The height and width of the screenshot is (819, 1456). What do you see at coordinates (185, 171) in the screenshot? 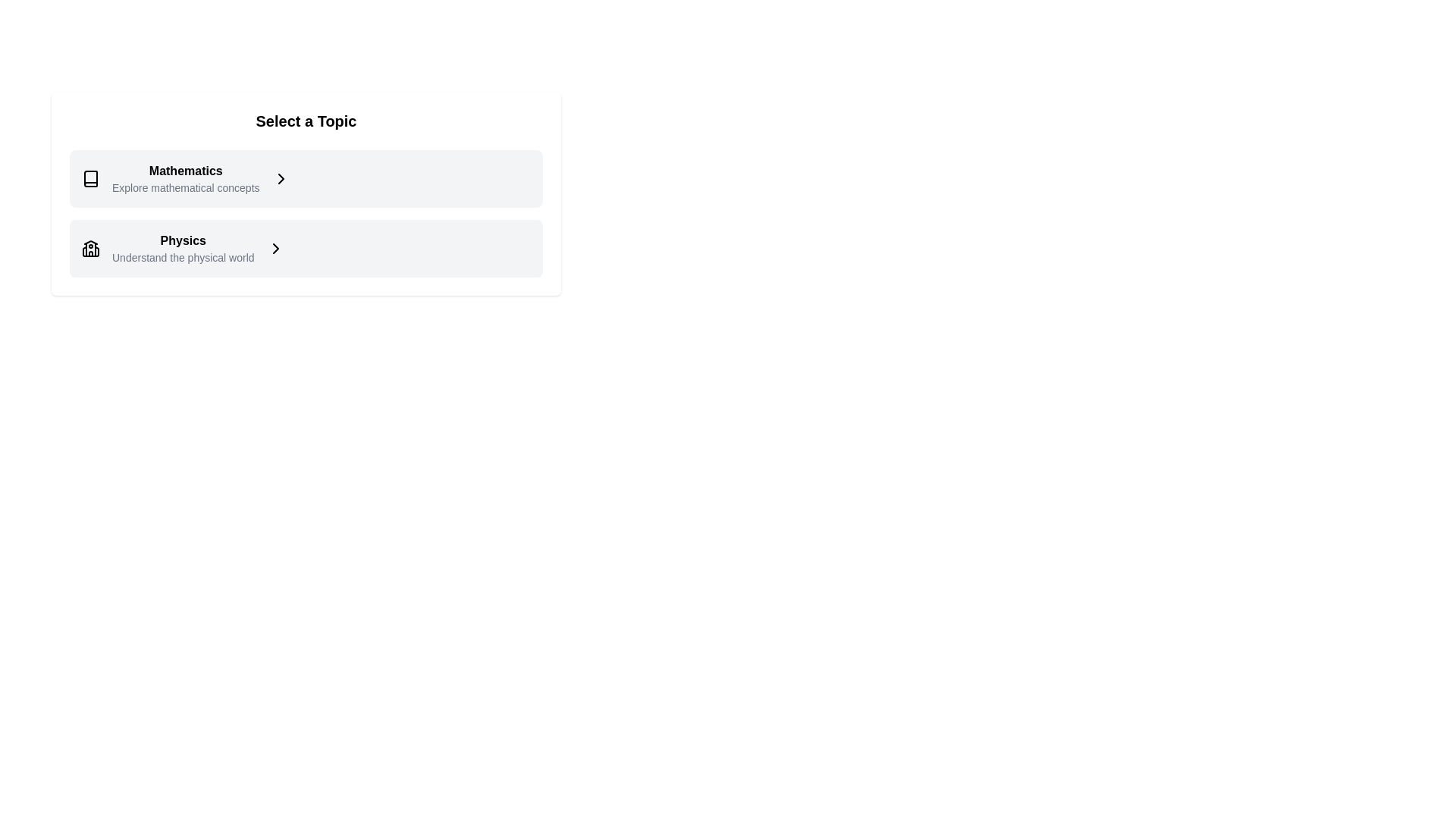
I see `the 'Mathematics' section title text label, which directs users` at bounding box center [185, 171].